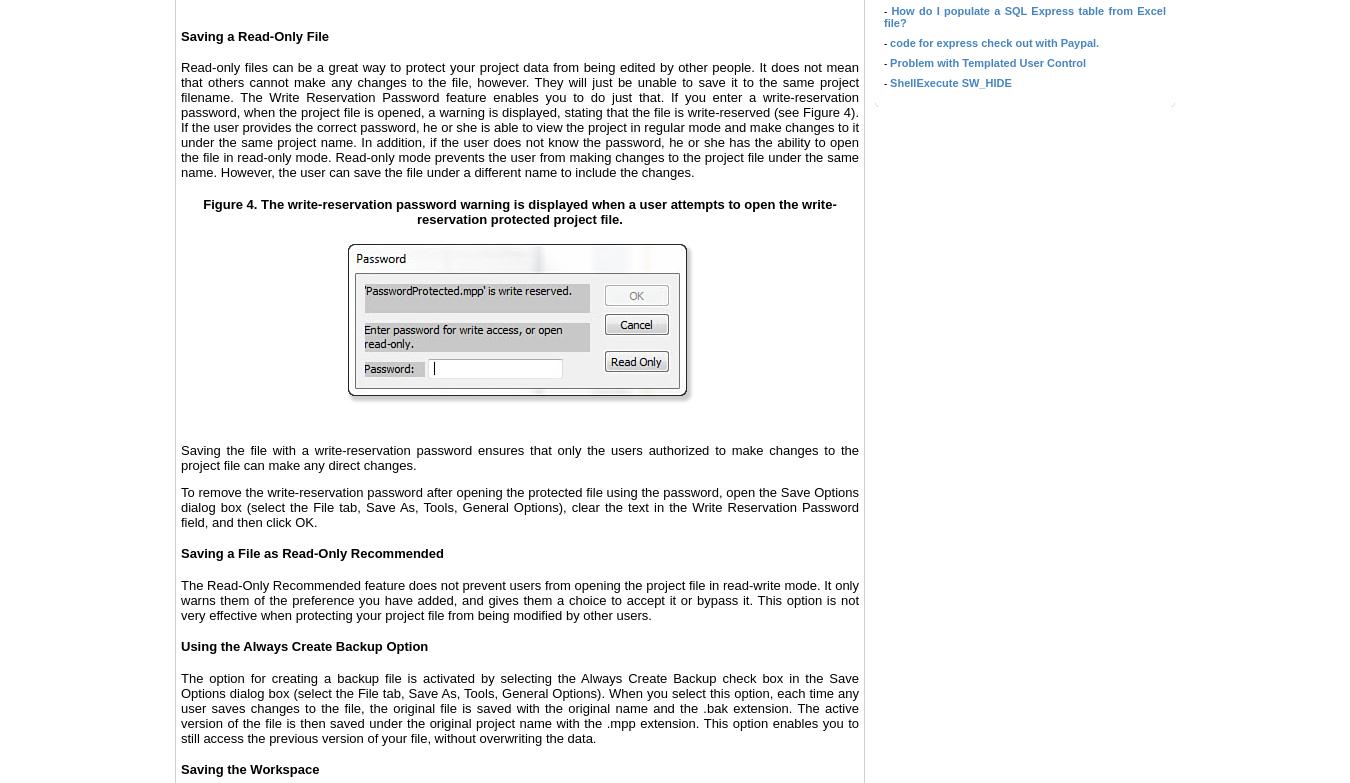 This screenshot has width=1350, height=783. I want to click on 'ShellExecute SW_HIDE', so click(949, 82).